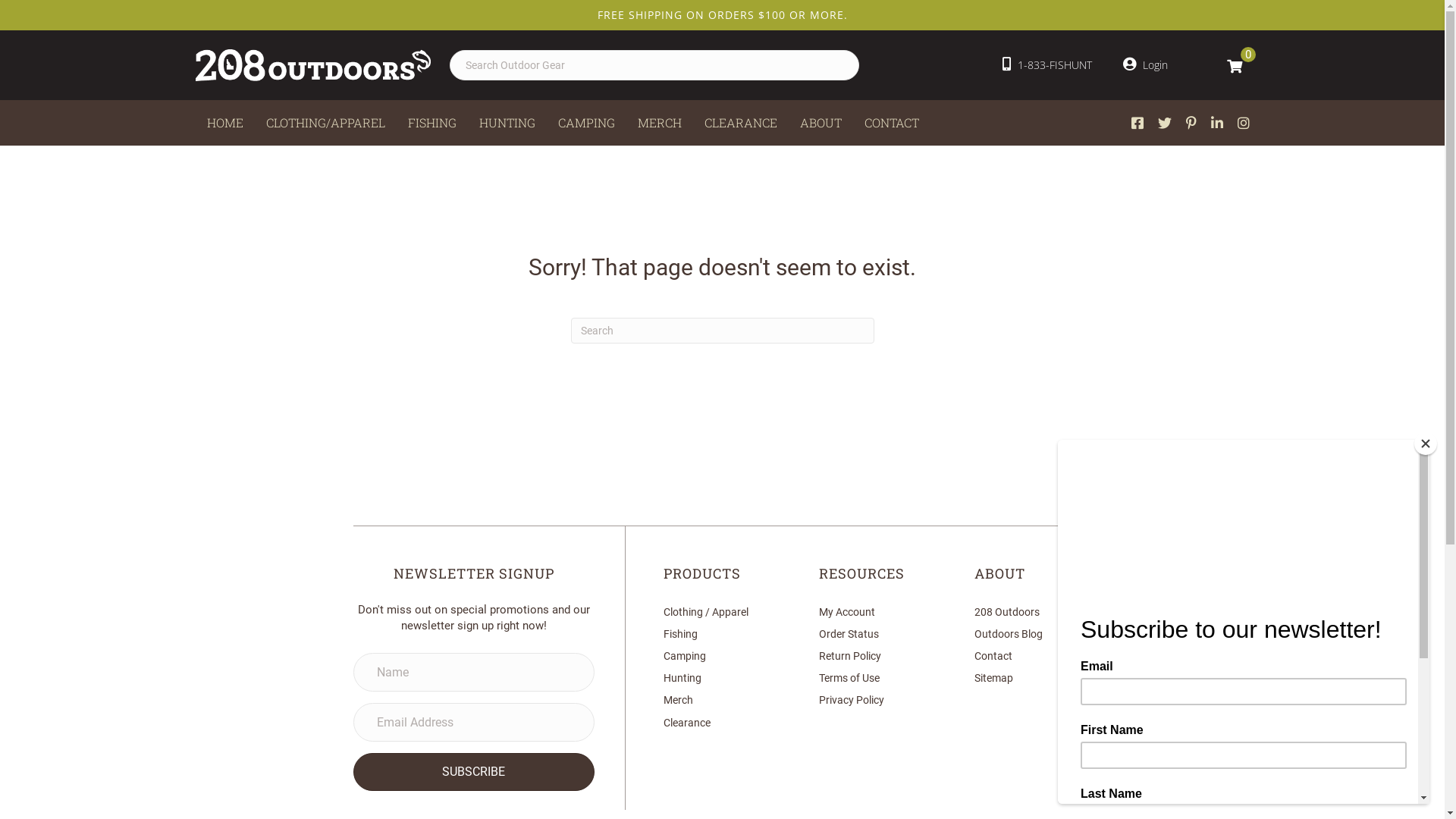  Describe the element at coordinates (848, 634) in the screenshot. I see `'Order Status'` at that location.